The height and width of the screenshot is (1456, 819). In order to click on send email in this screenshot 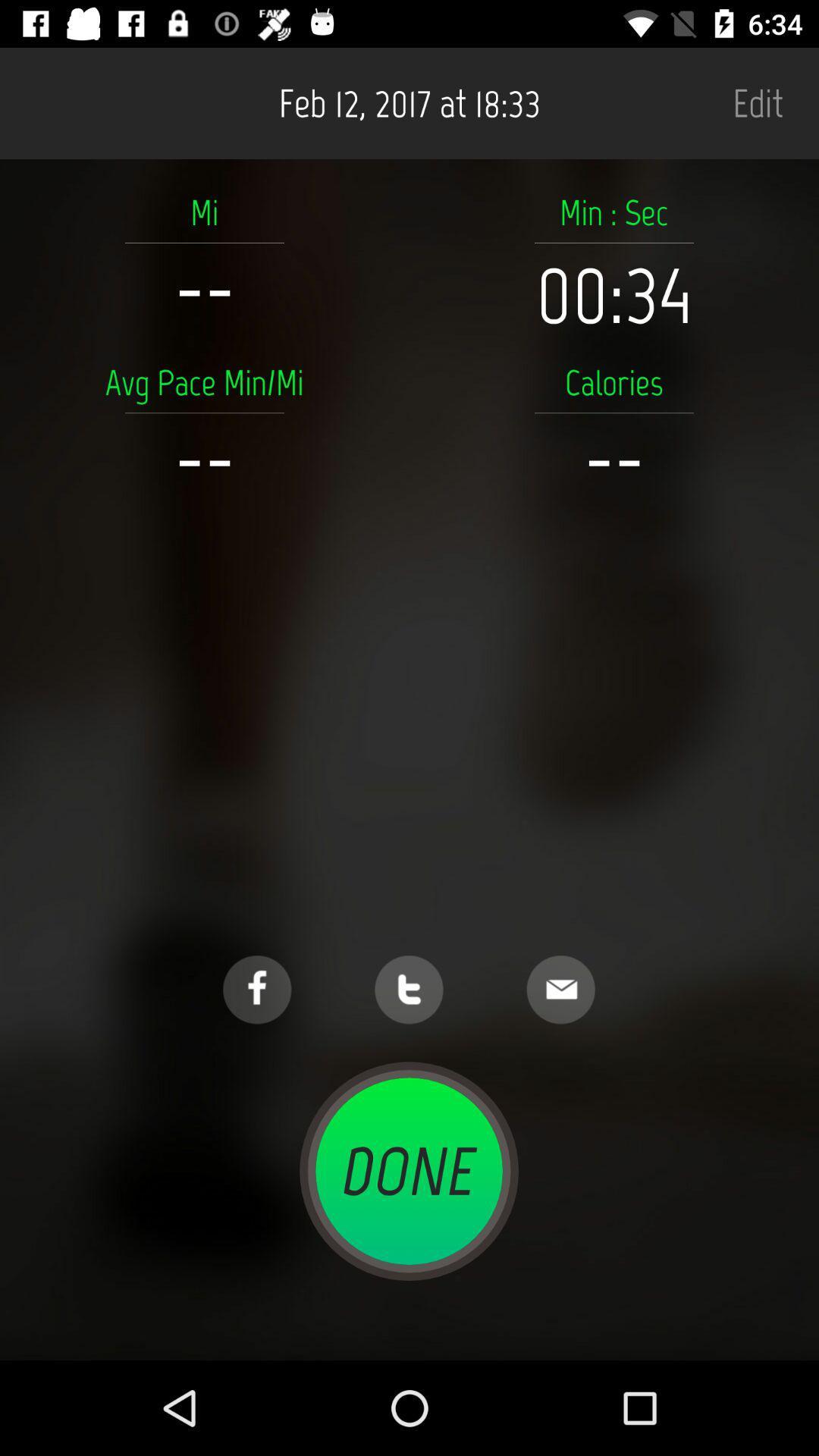, I will do `click(560, 990)`.